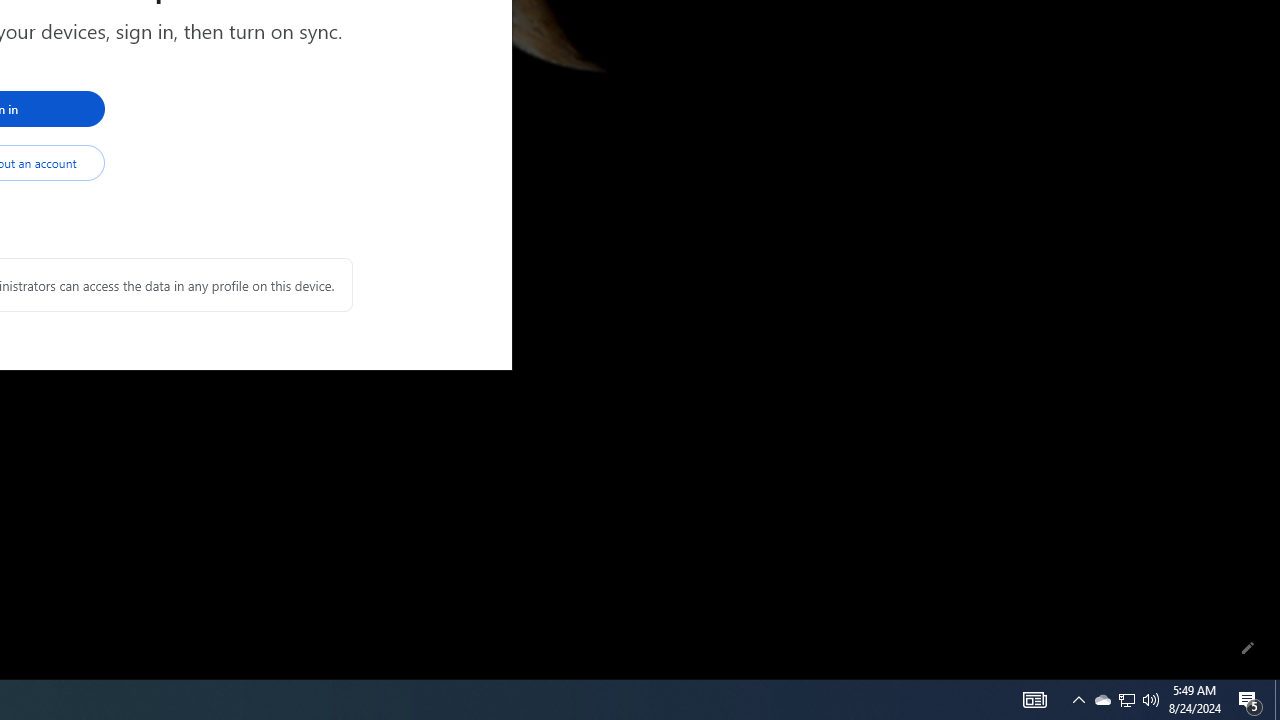  What do you see at coordinates (1078, 698) in the screenshot?
I see `'Notification Chevron'` at bounding box center [1078, 698].